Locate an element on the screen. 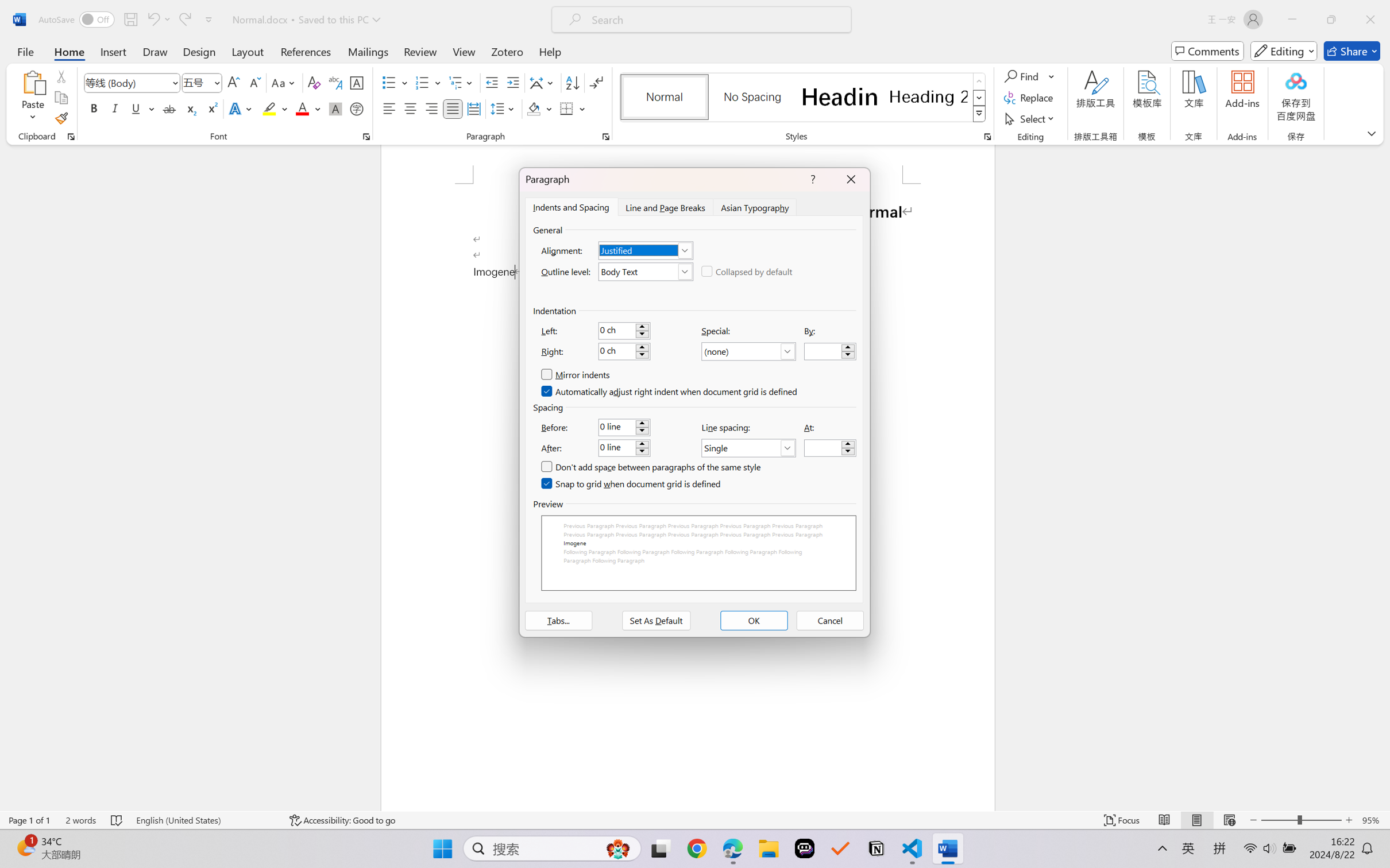 This screenshot has width=1390, height=868. 'Help' is located at coordinates (549, 51).